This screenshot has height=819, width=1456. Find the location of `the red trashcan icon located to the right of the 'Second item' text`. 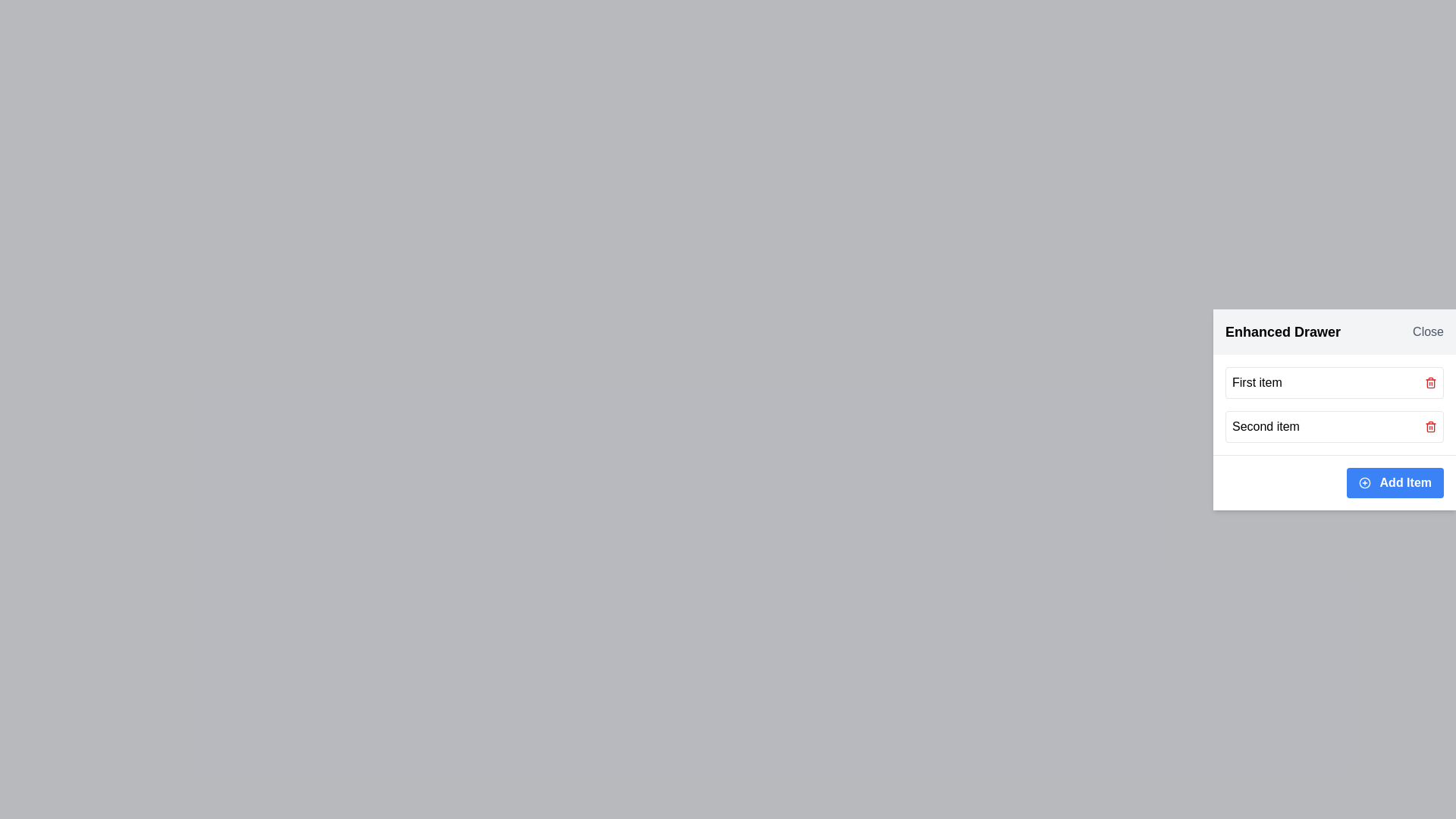

the red trashcan icon located to the right of the 'Second item' text is located at coordinates (1429, 426).